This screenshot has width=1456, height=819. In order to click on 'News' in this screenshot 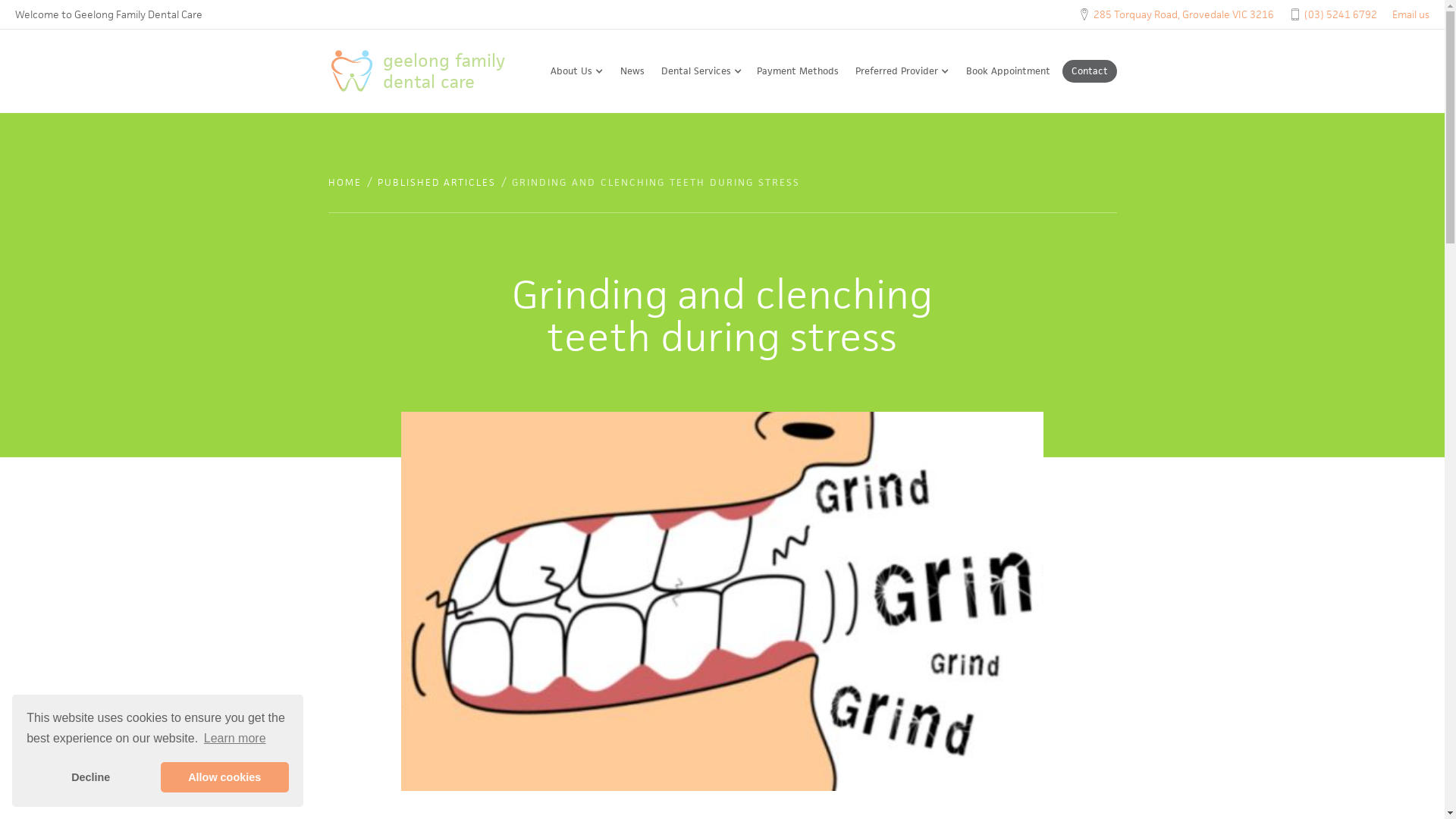, I will do `click(632, 71)`.